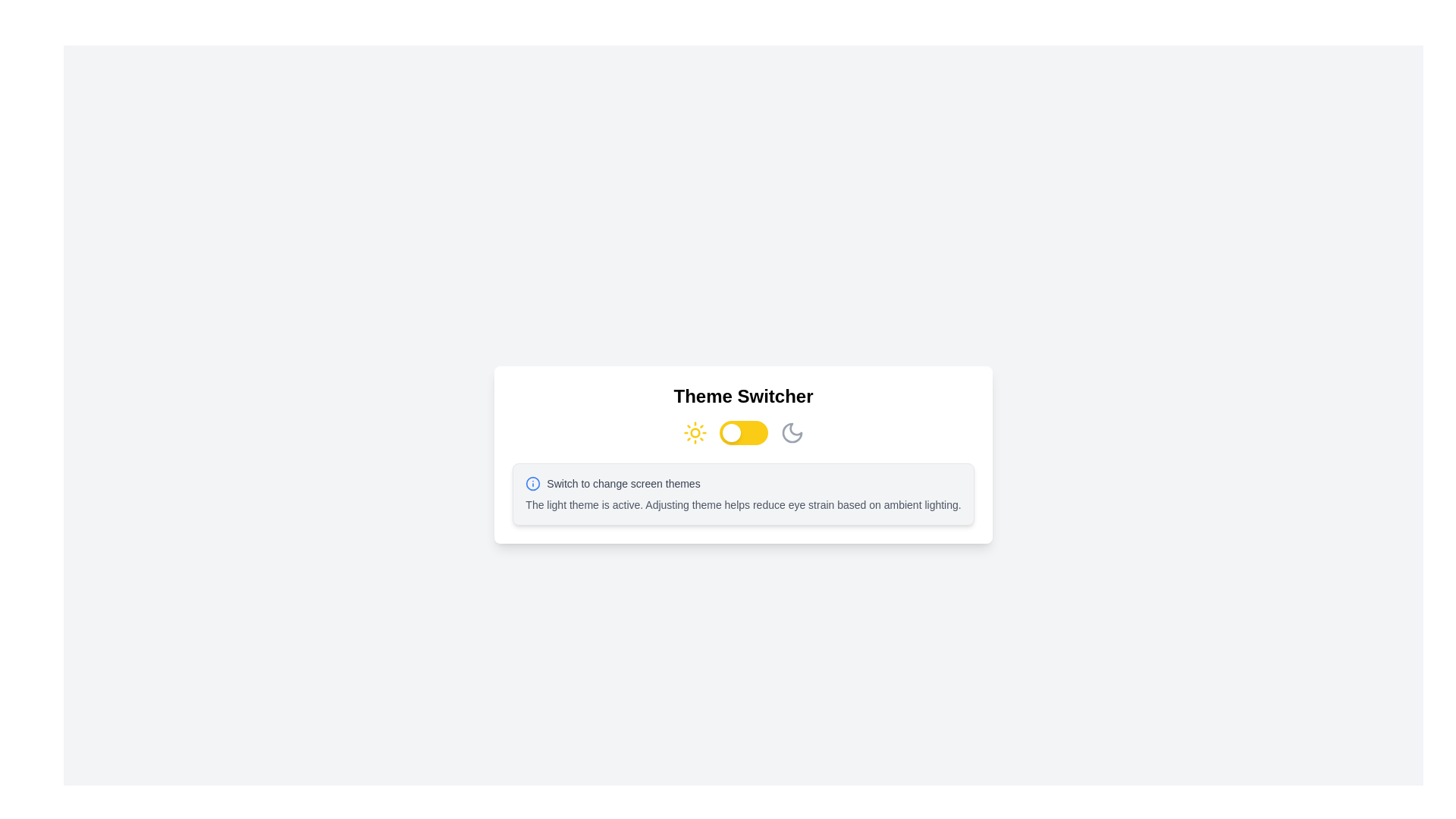  I want to click on the informational text that reads 'The light theme is active. Adjusting theme helps reduce eye strain based on ambient lighting.' which is displayed in a smaller, lighter gray font below the theme-switching options, so click(743, 505).